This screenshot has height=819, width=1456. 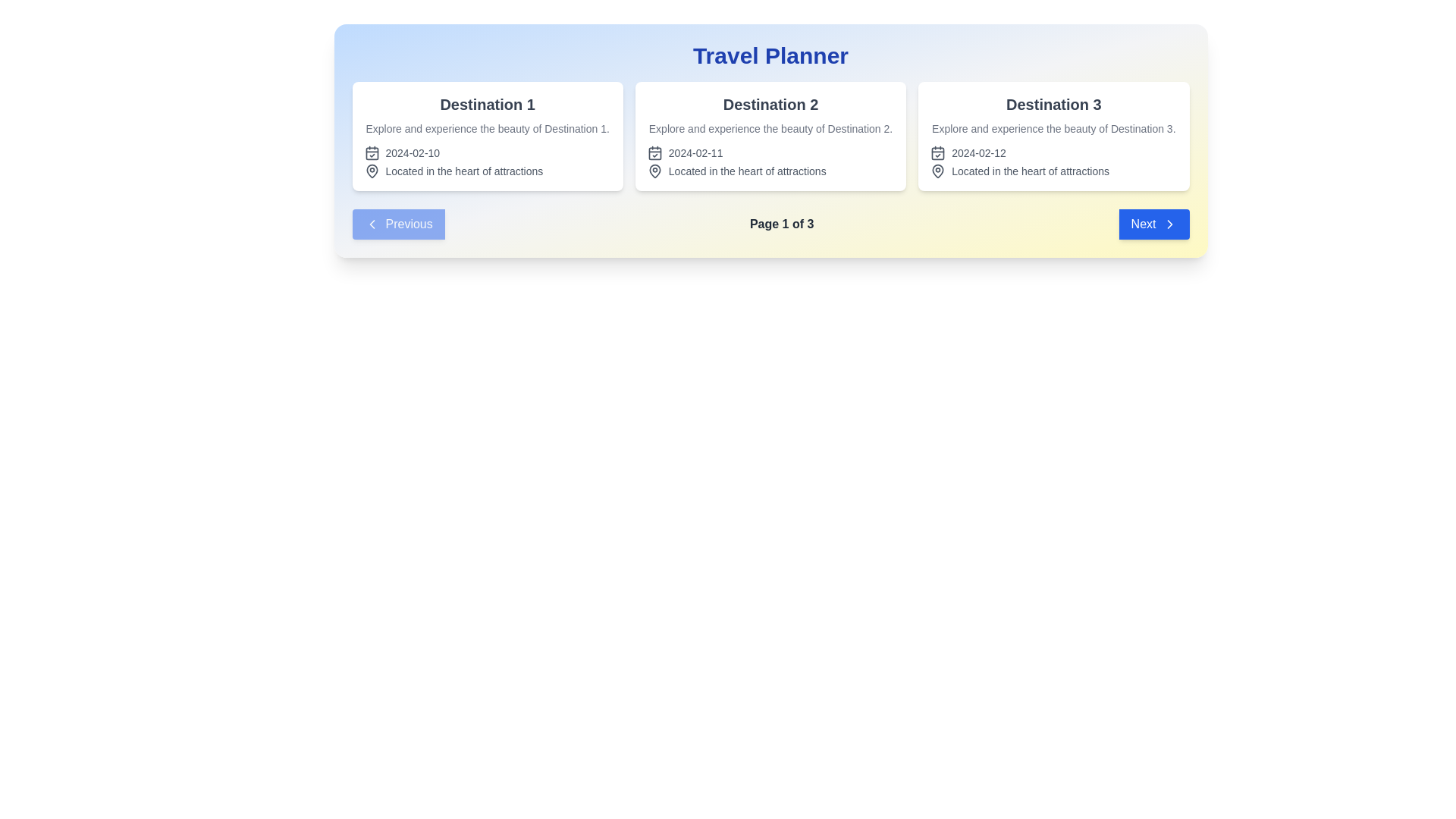 What do you see at coordinates (488, 136) in the screenshot?
I see `text content of the Informational Card, which is the first item in a grid layout of three cards, located at the top-left corner` at bounding box center [488, 136].